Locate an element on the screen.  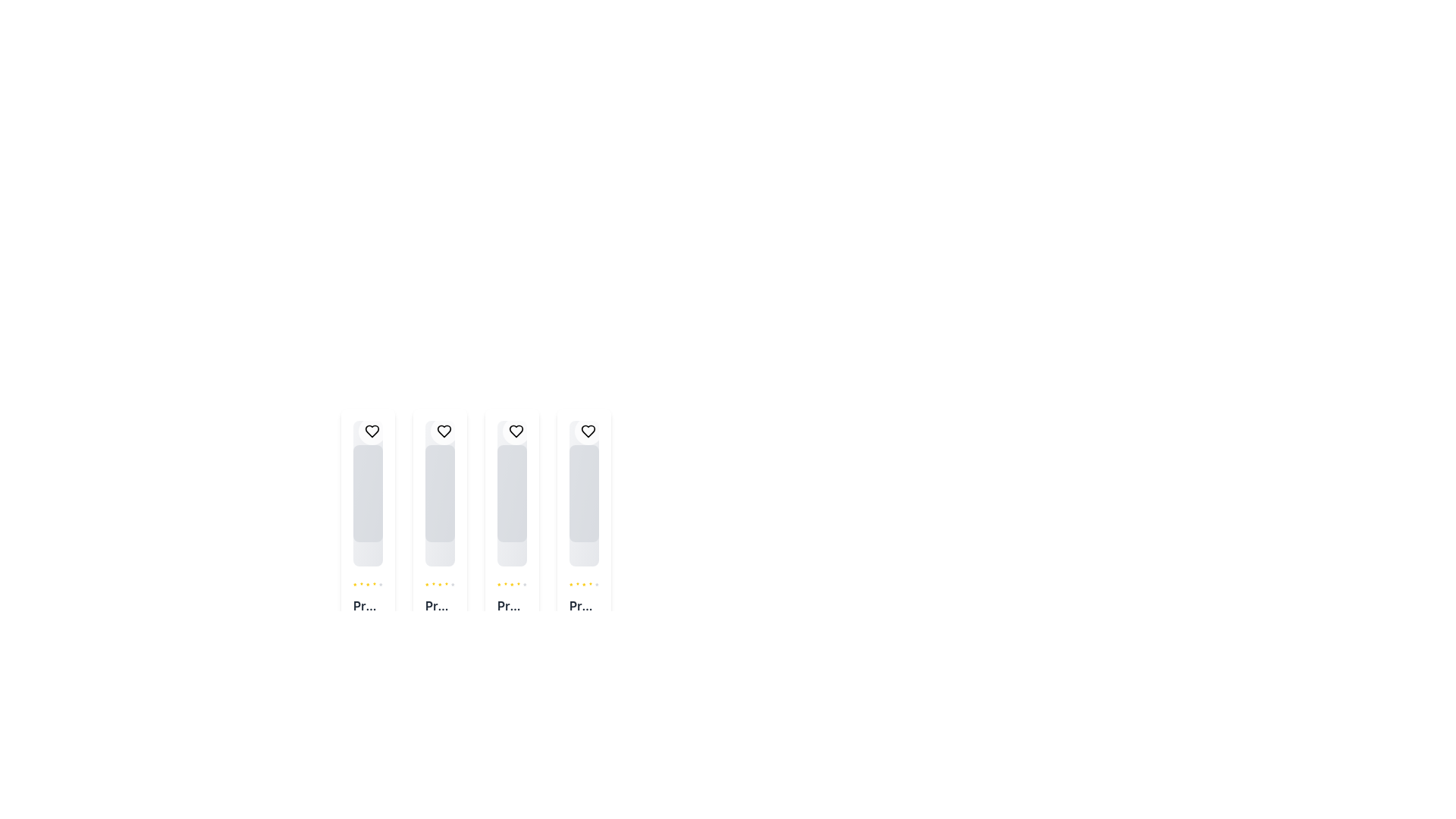
the fourth star icon in the rating system located below the product listing is located at coordinates (583, 584).